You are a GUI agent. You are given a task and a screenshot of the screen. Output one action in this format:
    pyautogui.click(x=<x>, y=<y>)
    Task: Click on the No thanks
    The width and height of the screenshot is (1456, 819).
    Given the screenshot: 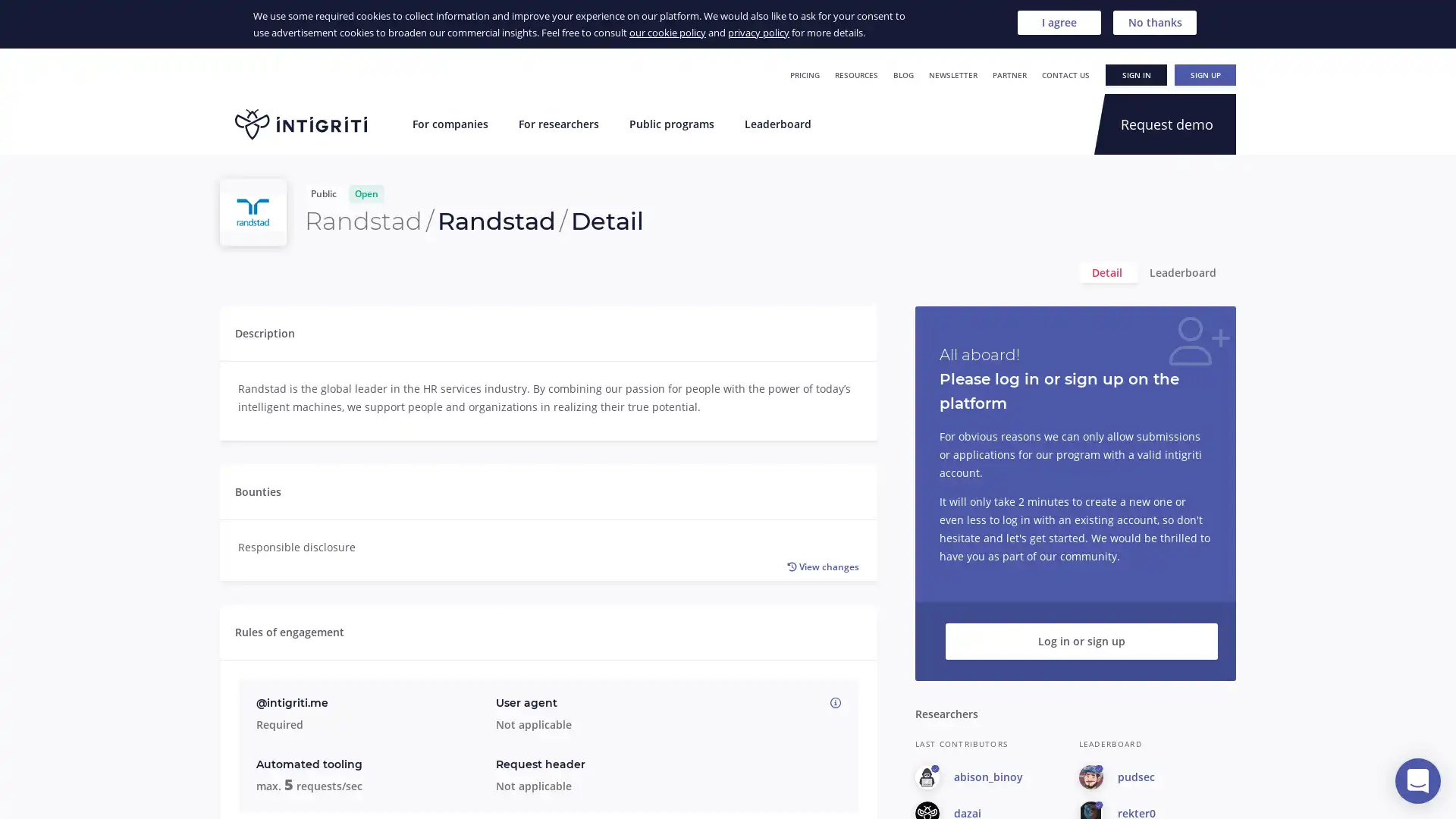 What is the action you would take?
    pyautogui.click(x=1153, y=23)
    